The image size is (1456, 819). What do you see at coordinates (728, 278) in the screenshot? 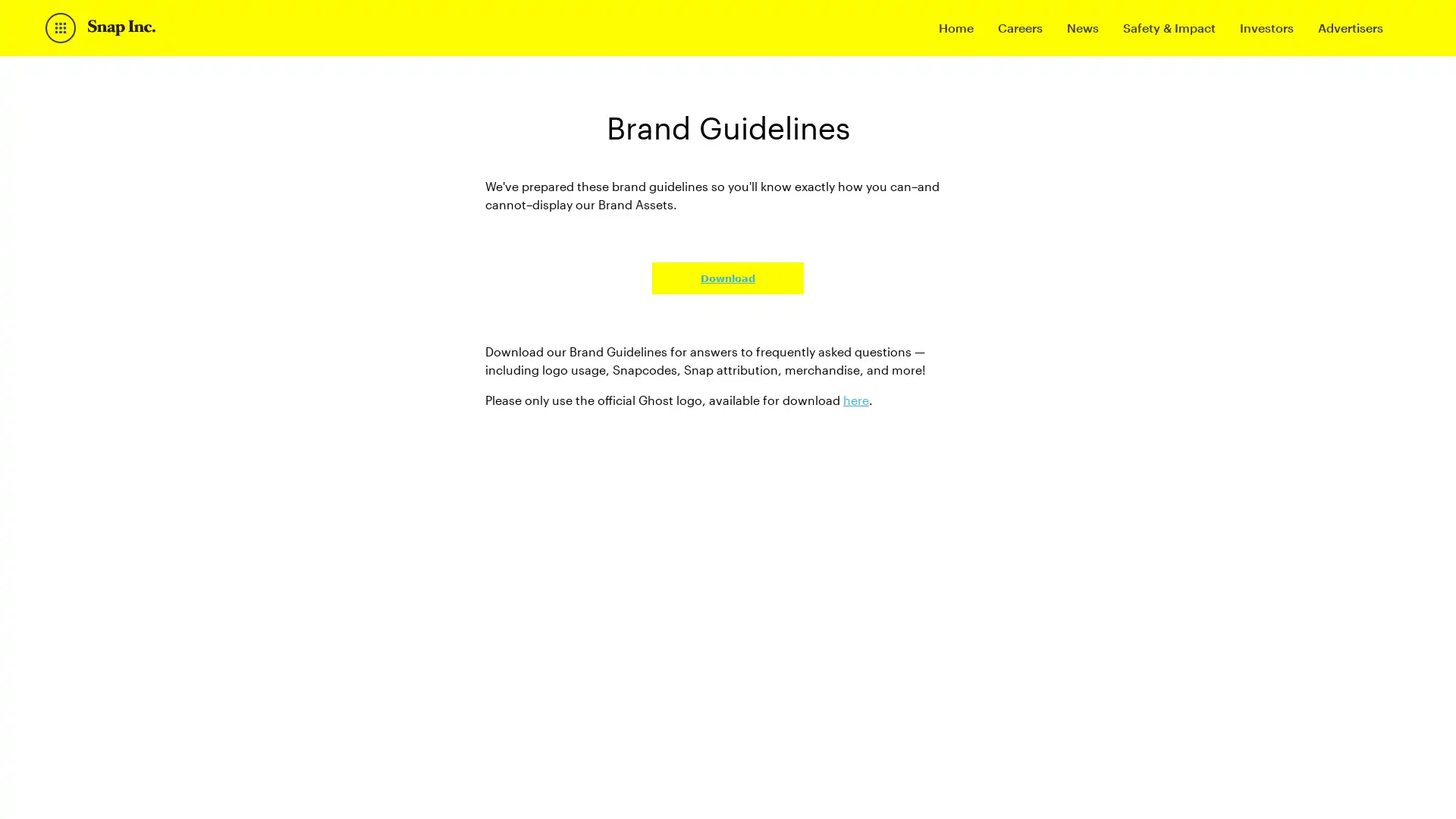
I see `Download` at bounding box center [728, 278].